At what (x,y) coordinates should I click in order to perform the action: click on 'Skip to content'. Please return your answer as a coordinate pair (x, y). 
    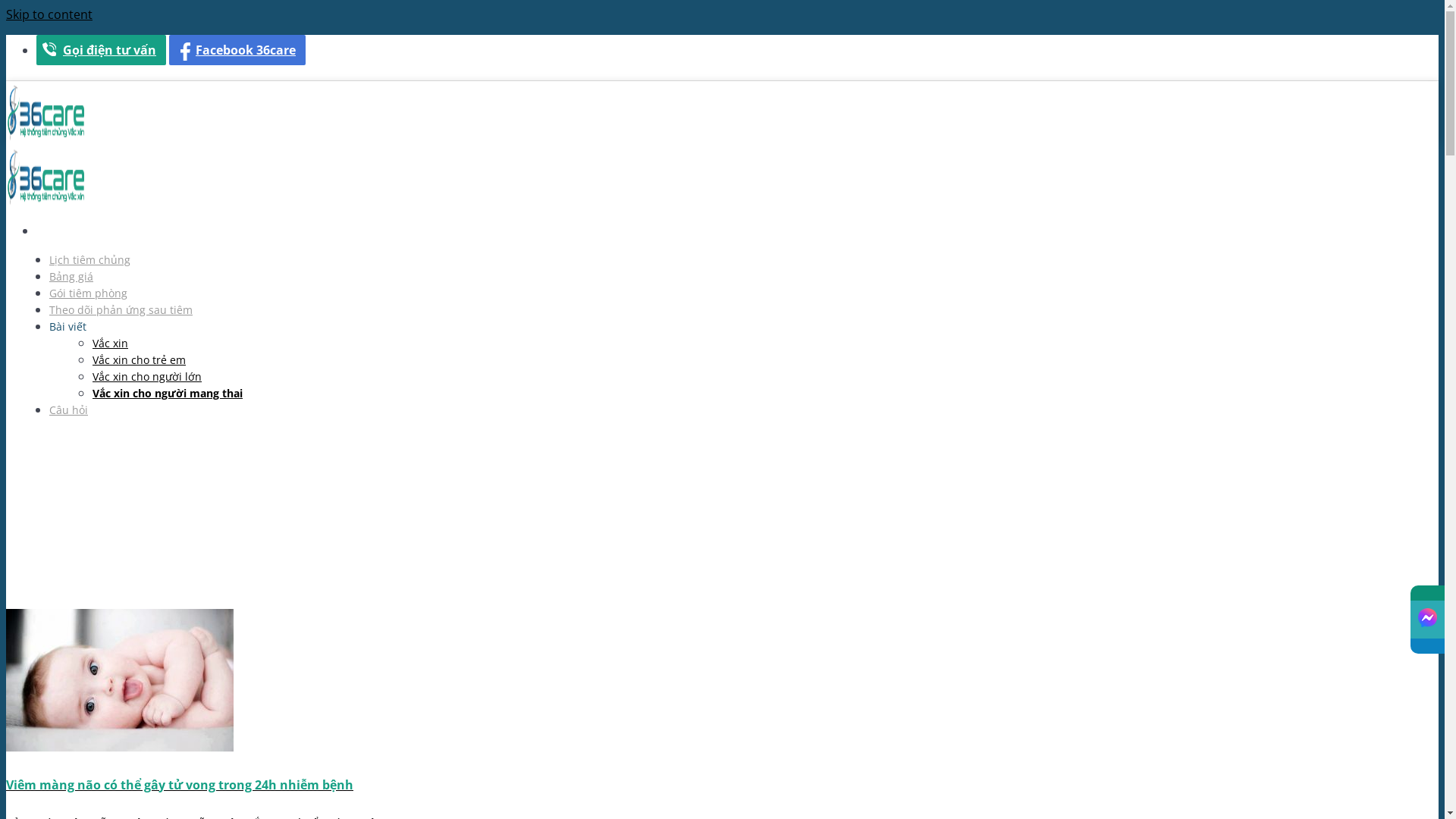
    Looking at the image, I should click on (49, 14).